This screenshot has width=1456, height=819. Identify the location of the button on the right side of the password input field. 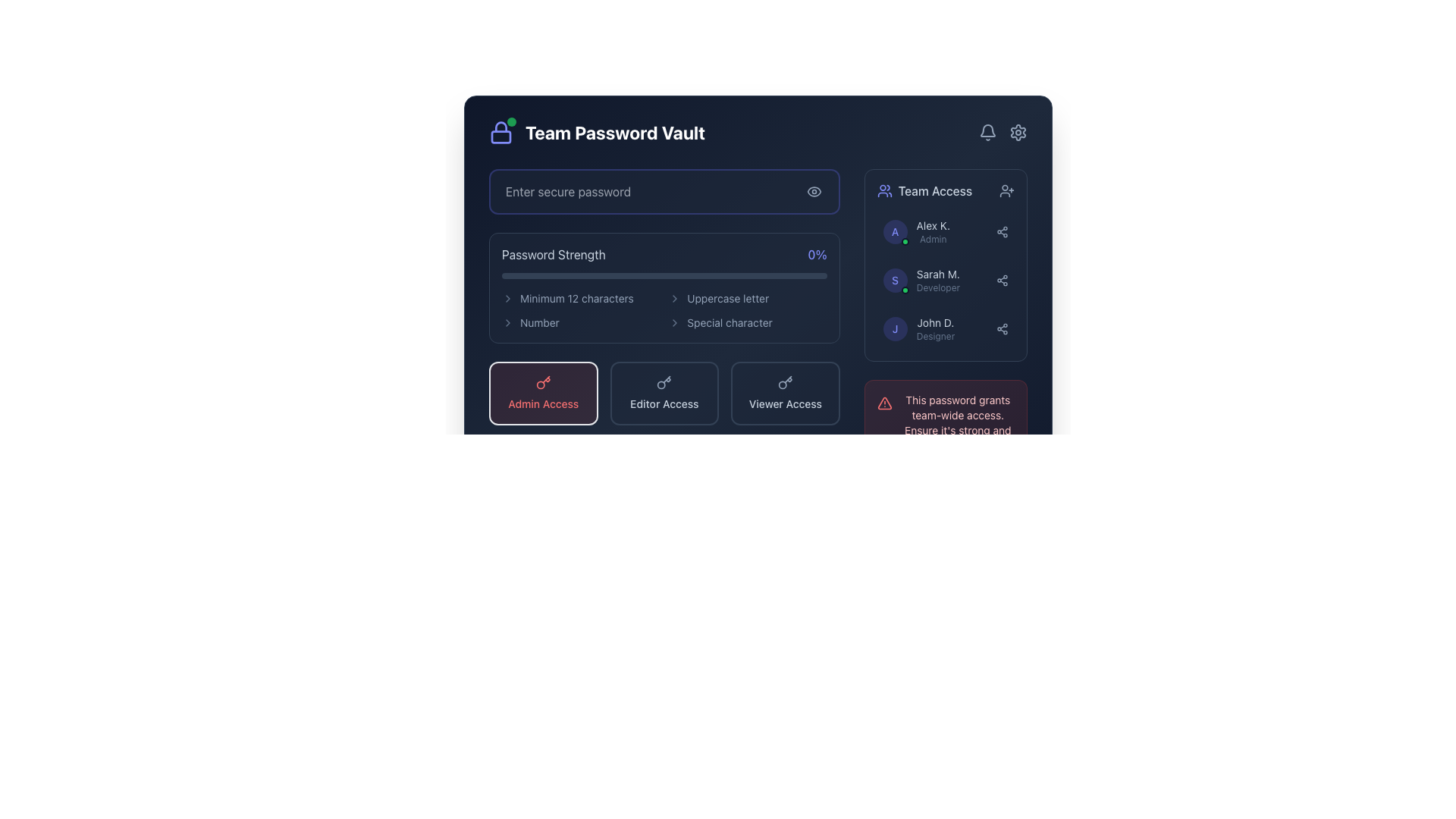
(813, 191).